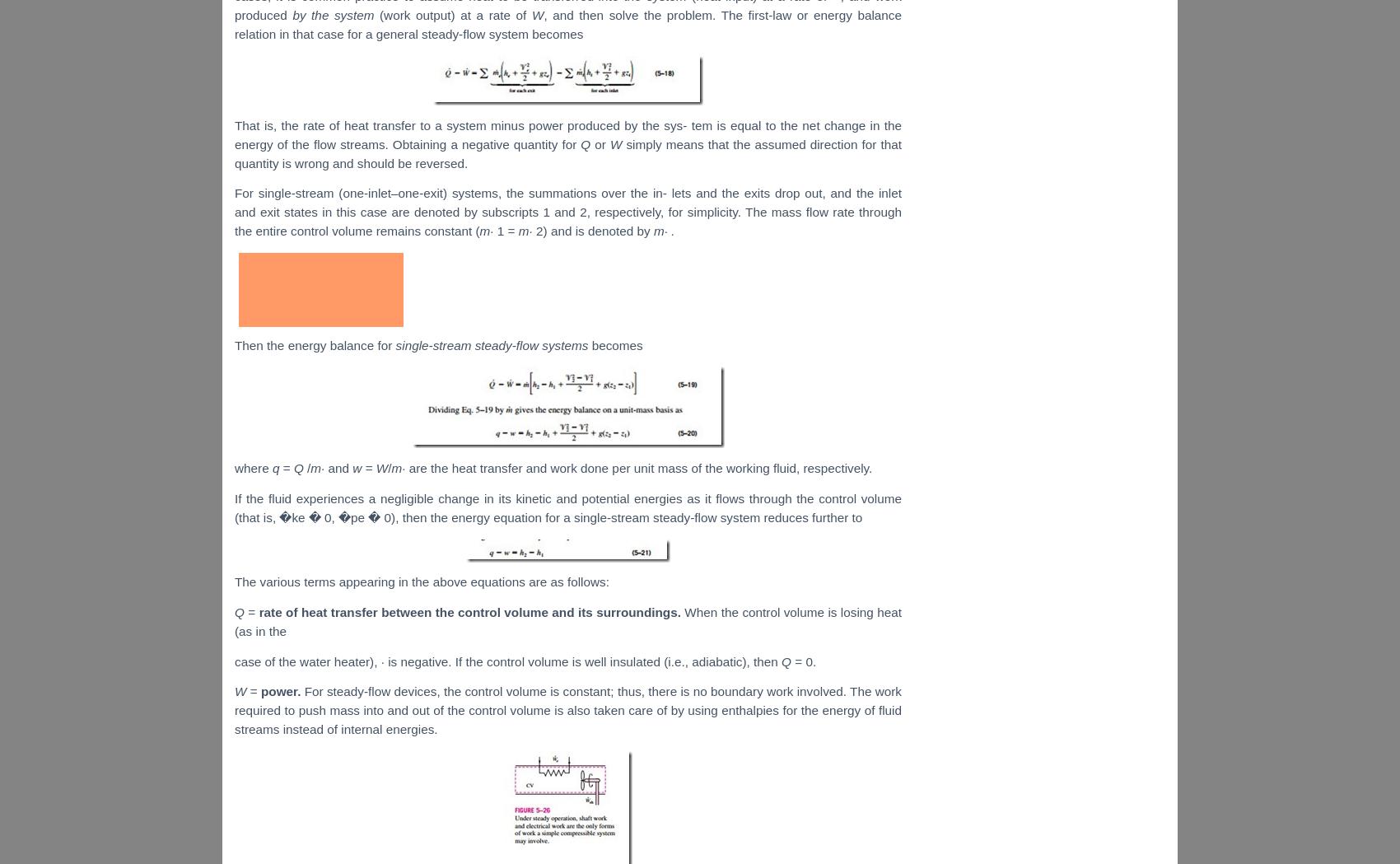 The width and height of the screenshot is (1400, 864). I want to click on 'When the control volume is losing heat (as in the', so click(567, 620).